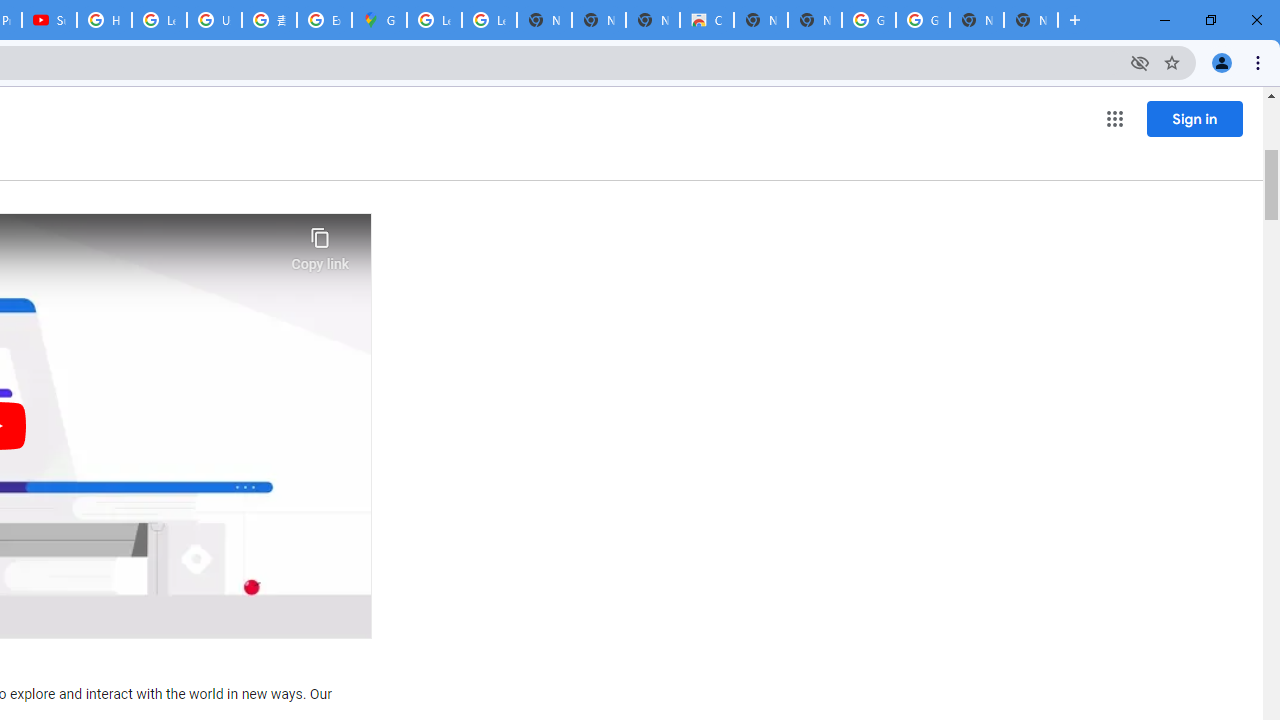  What do you see at coordinates (1209, 20) in the screenshot?
I see `'Restore'` at bounding box center [1209, 20].